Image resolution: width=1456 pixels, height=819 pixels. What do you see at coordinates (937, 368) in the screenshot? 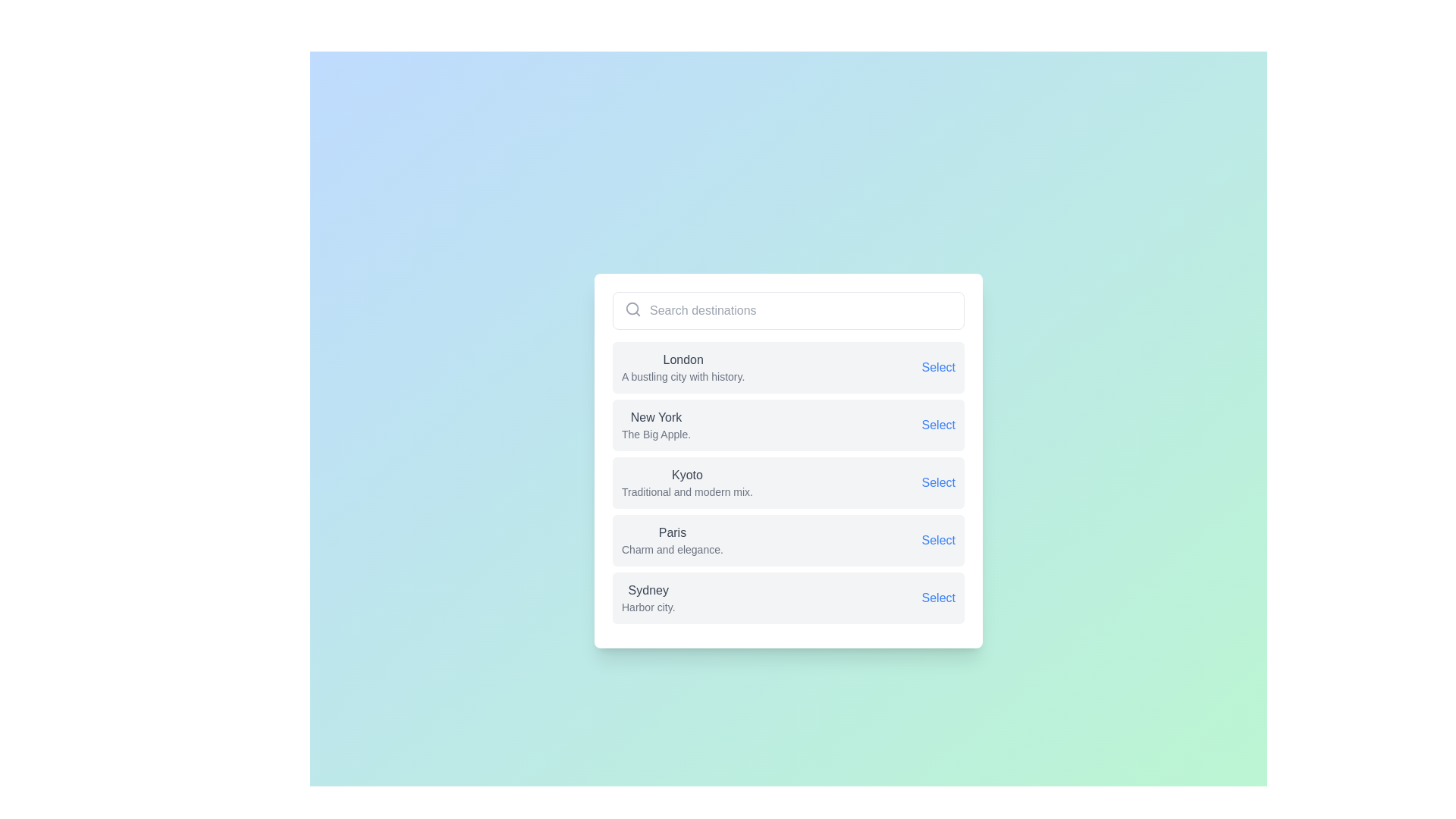
I see `the fourth button associated with the 'London' destination, which is aligned with the descriptive text 'London A bustling city with history.'` at bounding box center [937, 368].